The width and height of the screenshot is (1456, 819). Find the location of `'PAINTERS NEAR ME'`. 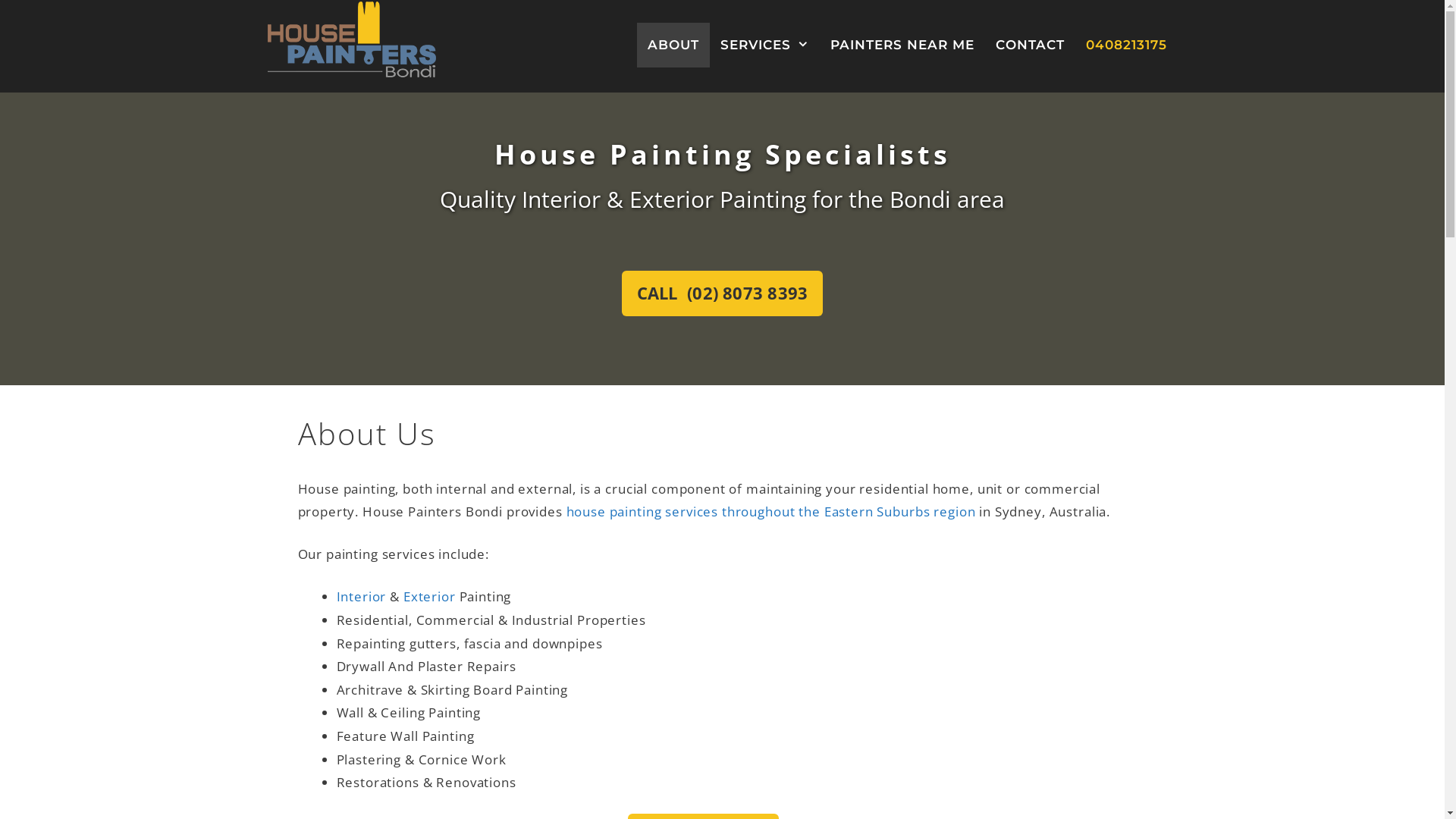

'PAINTERS NEAR ME' is located at coordinates (902, 44).